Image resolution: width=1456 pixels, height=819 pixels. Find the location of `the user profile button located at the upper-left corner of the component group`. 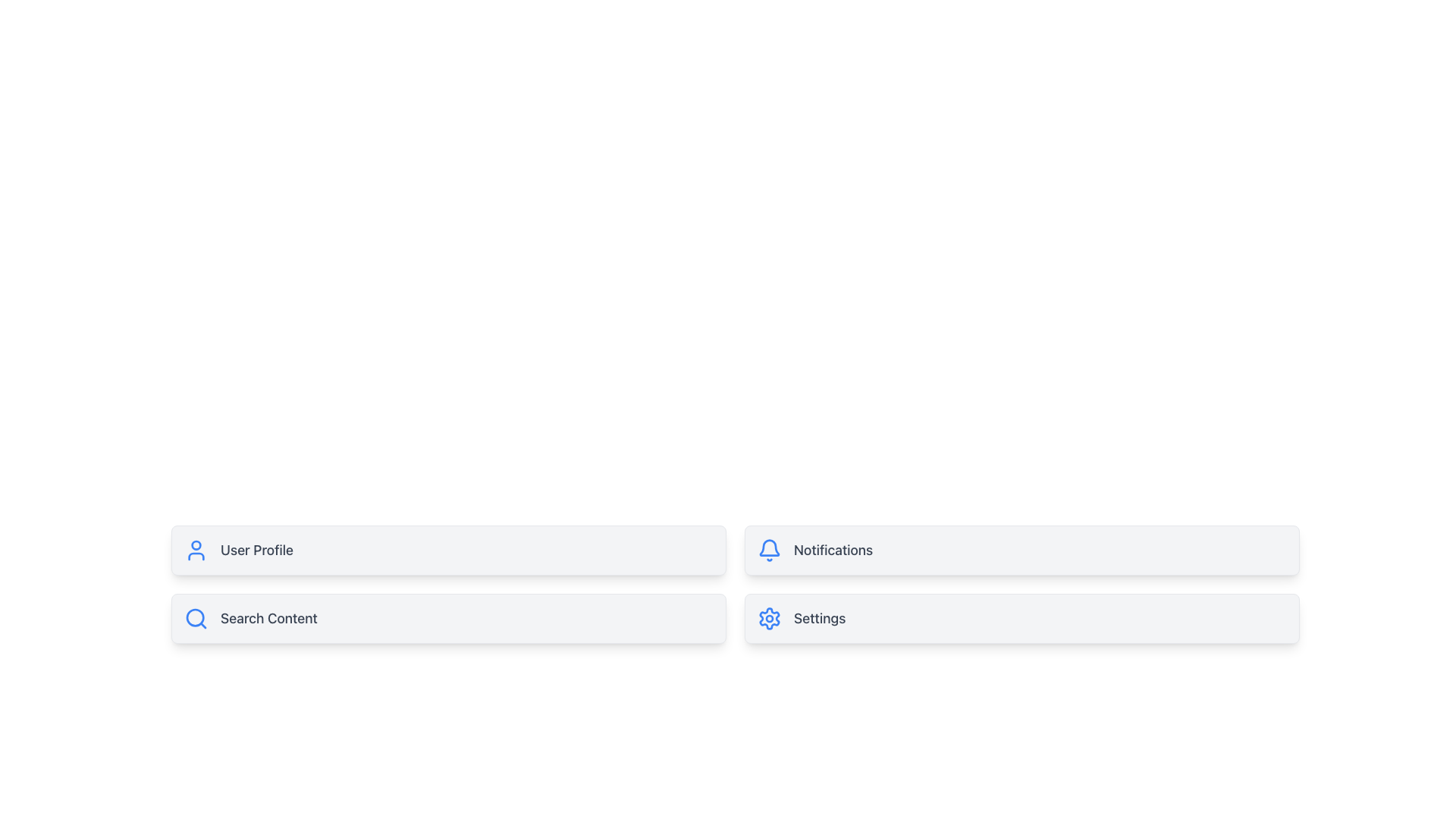

the user profile button located at the upper-left corner of the component group is located at coordinates (447, 550).